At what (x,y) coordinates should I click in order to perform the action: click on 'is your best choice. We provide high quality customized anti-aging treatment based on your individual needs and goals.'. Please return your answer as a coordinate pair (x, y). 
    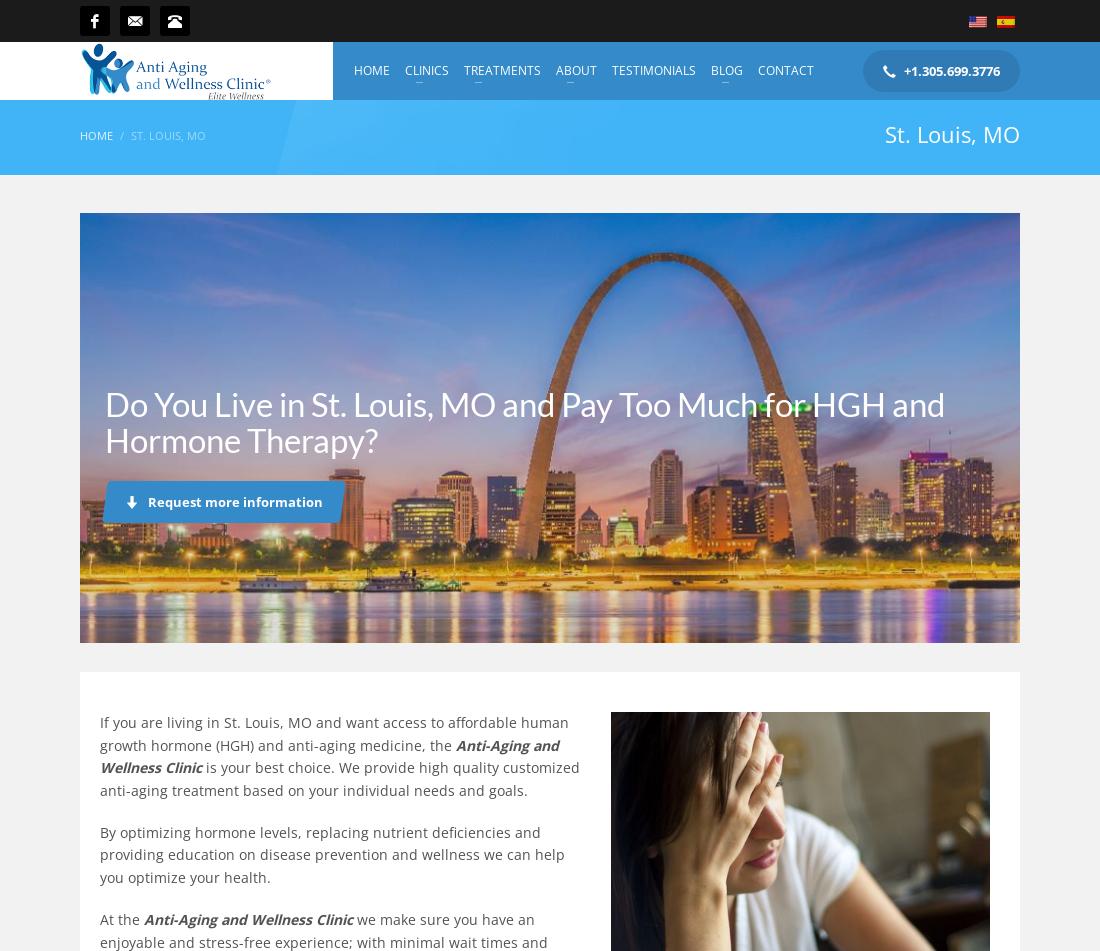
    Looking at the image, I should click on (339, 777).